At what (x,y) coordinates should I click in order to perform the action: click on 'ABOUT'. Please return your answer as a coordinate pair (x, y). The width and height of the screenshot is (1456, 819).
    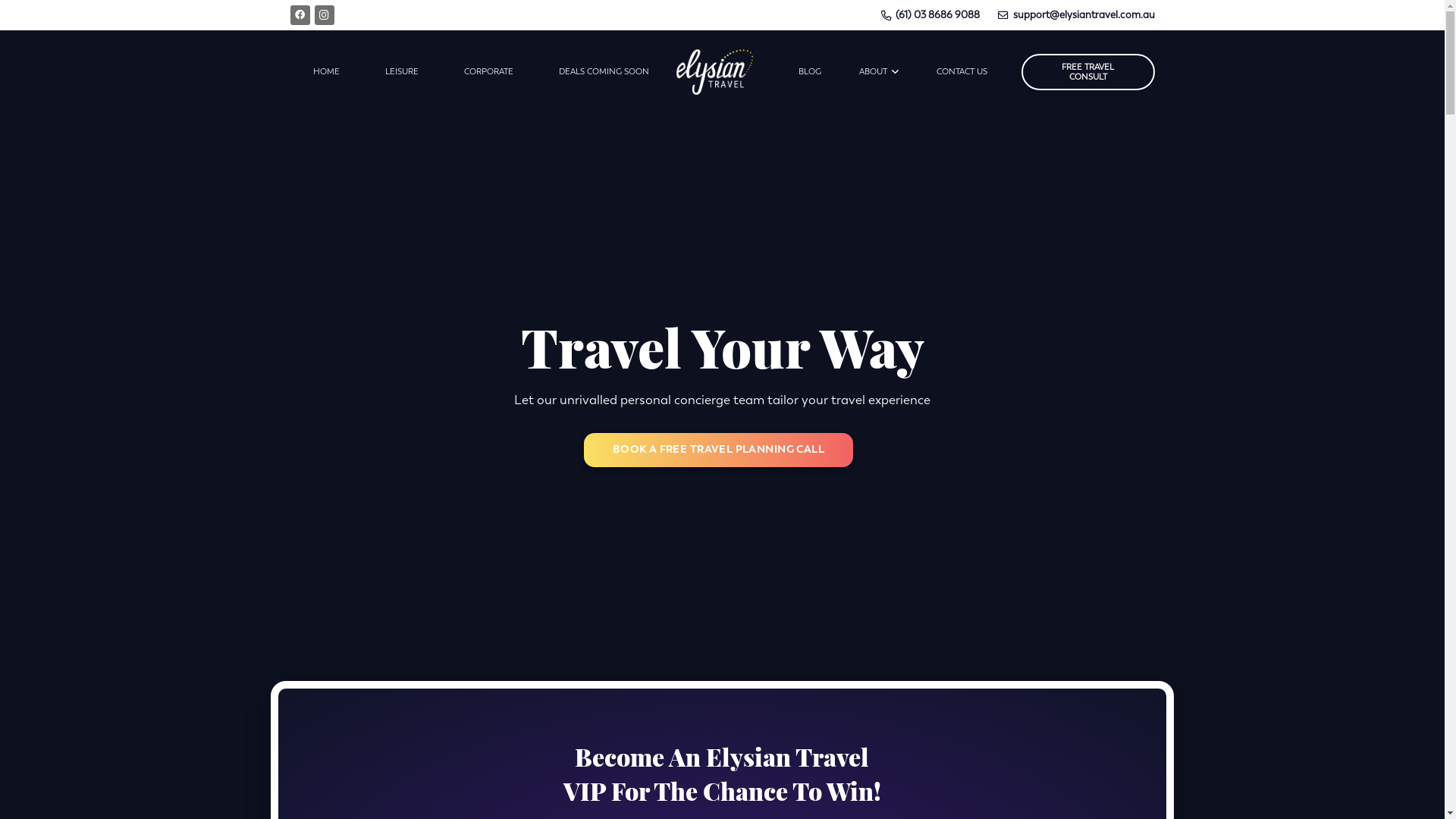
    Looking at the image, I should click on (878, 72).